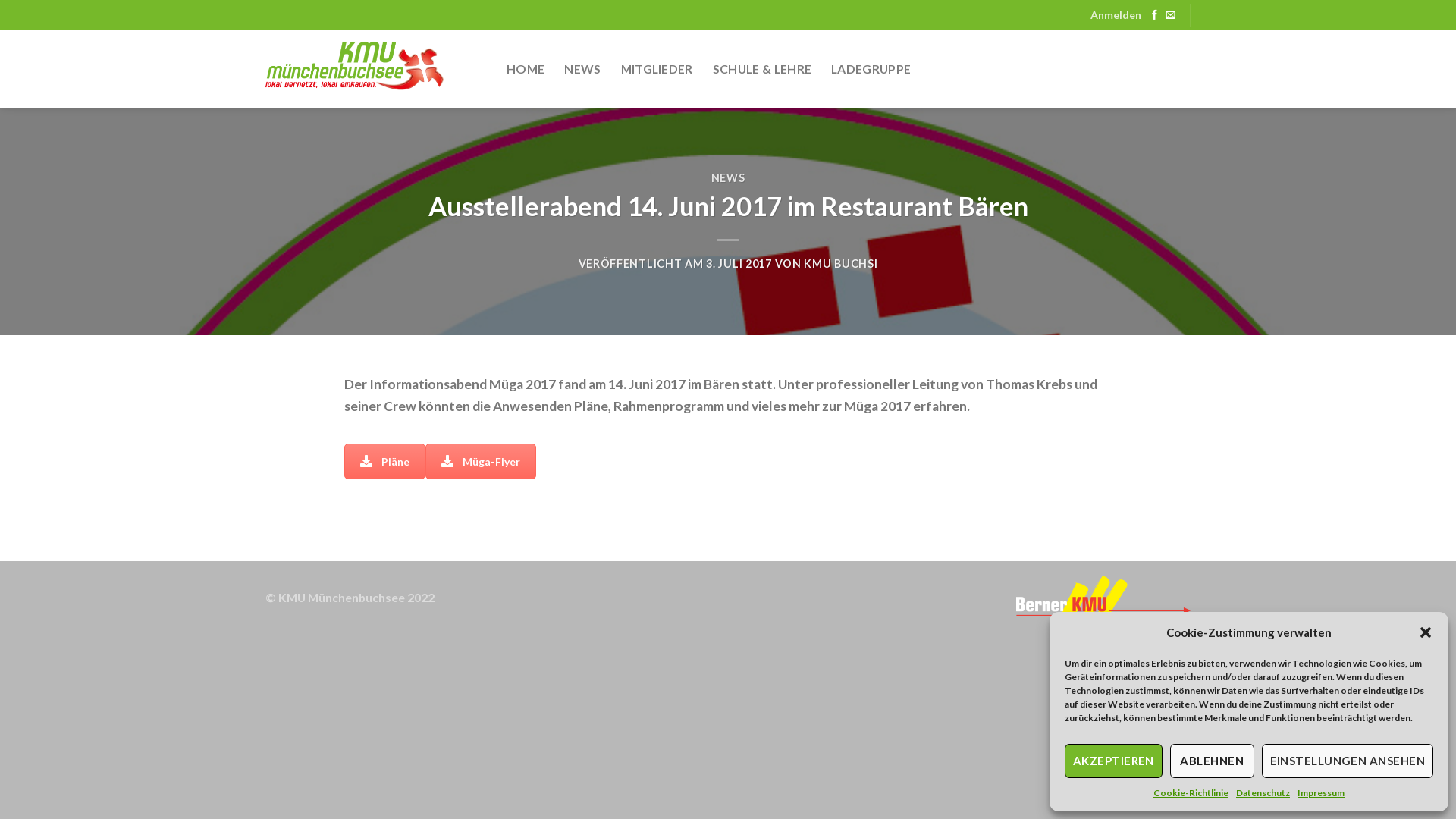 Image resolution: width=1456 pixels, height=819 pixels. Describe the element at coordinates (1347, 761) in the screenshot. I see `'EINSTELLUNGEN ANSEHEN'` at that location.